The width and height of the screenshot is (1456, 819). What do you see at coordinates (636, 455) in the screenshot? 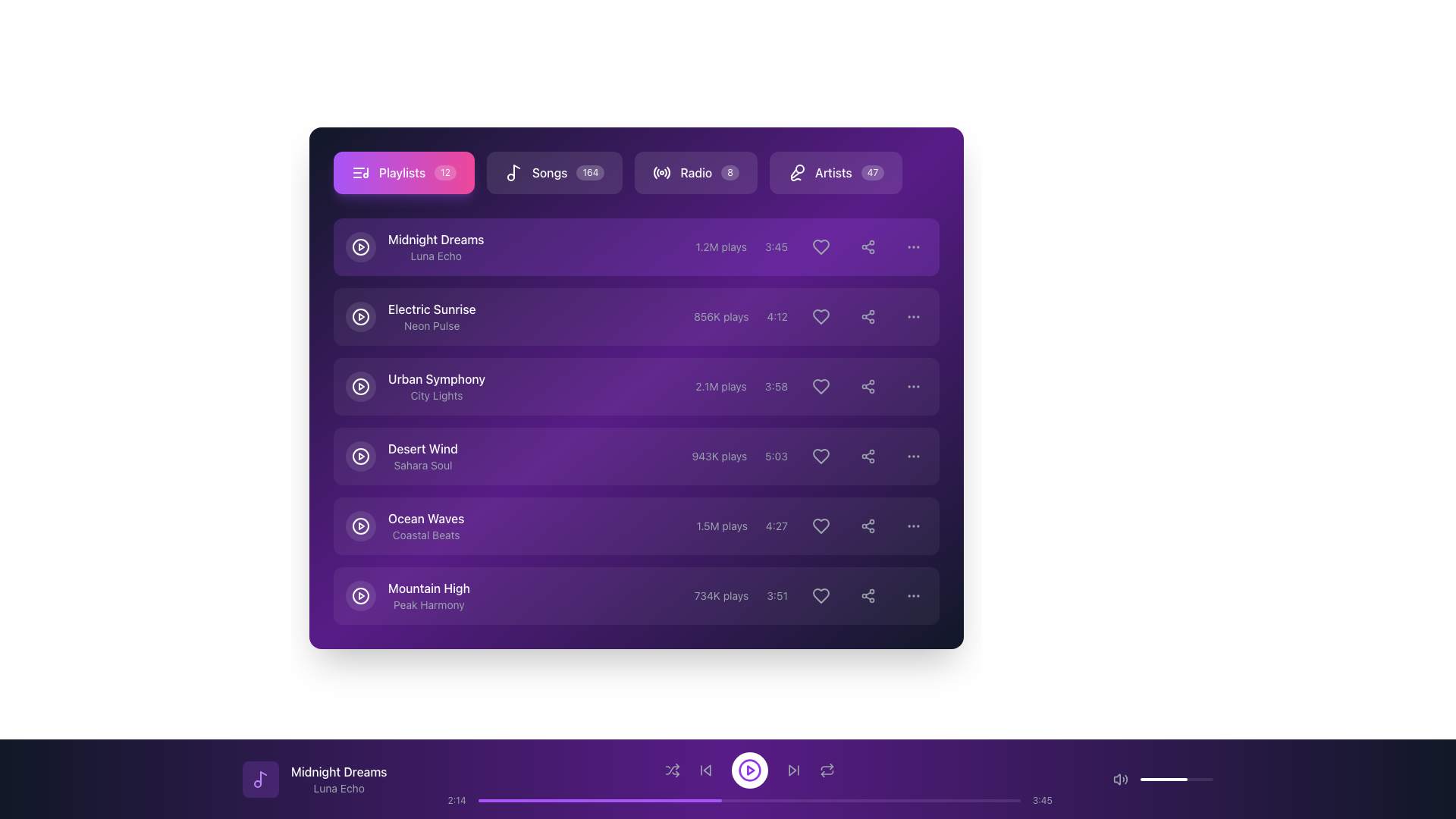
I see `the fourth media playlist item, which includes controls for playing and liking` at bounding box center [636, 455].